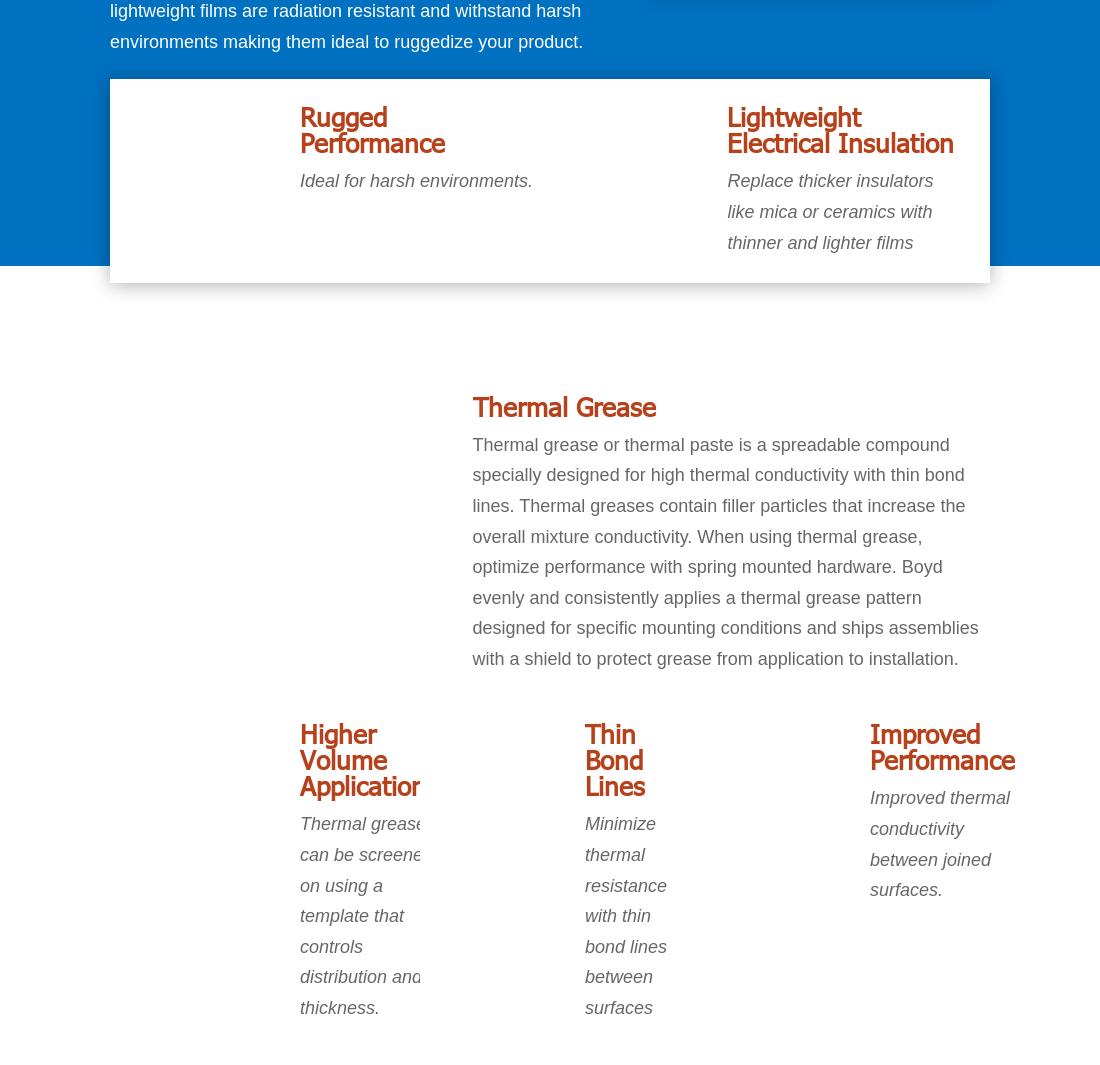  Describe the element at coordinates (828, 210) in the screenshot. I see `'Replace thicker insulators like mica or ceramics with thinner and lighter films'` at that location.